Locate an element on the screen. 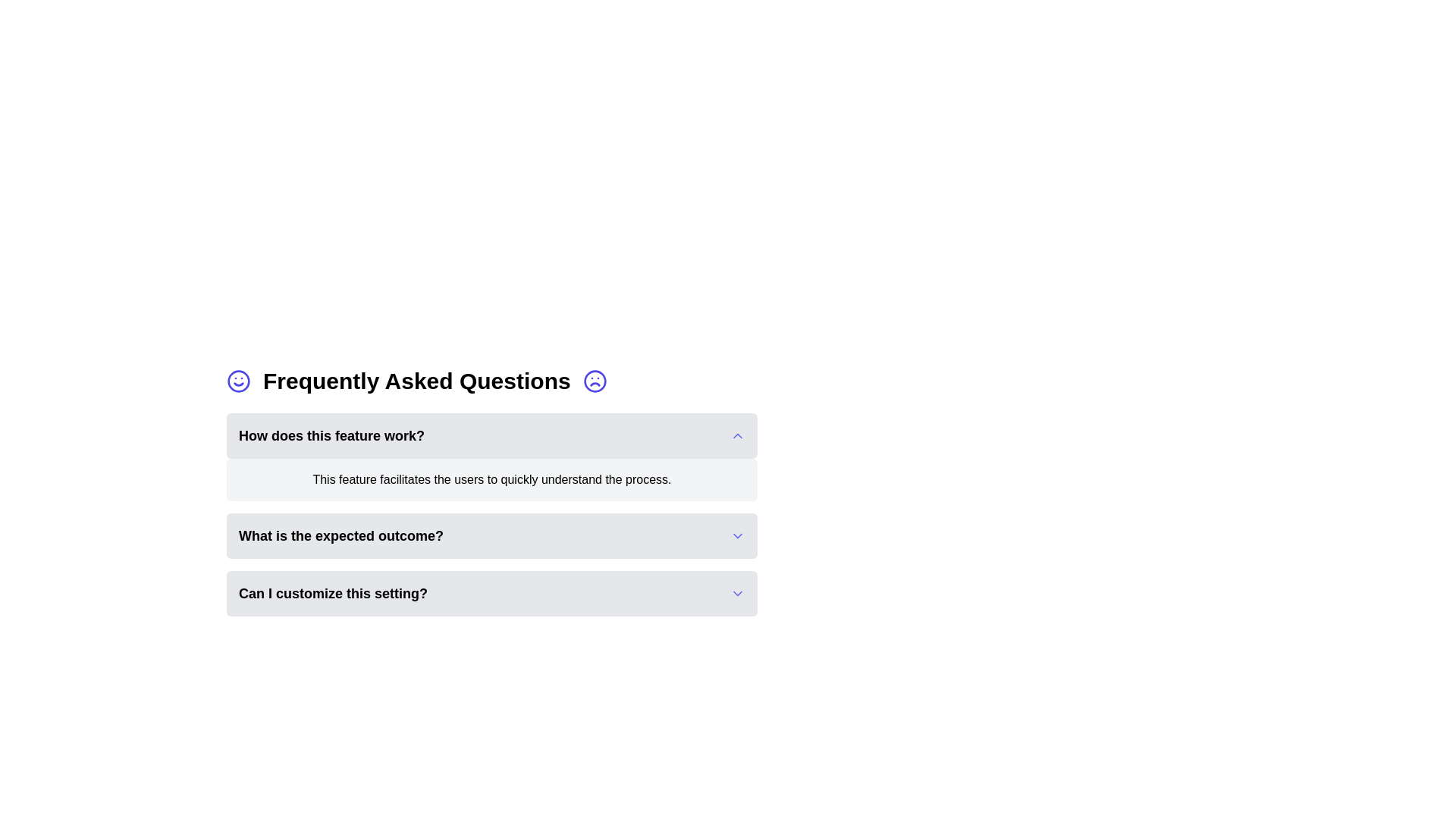 The width and height of the screenshot is (1456, 819). the main text label in the second collapsible section of the FAQ interface, which serves as a prompt for related content is located at coordinates (340, 535).